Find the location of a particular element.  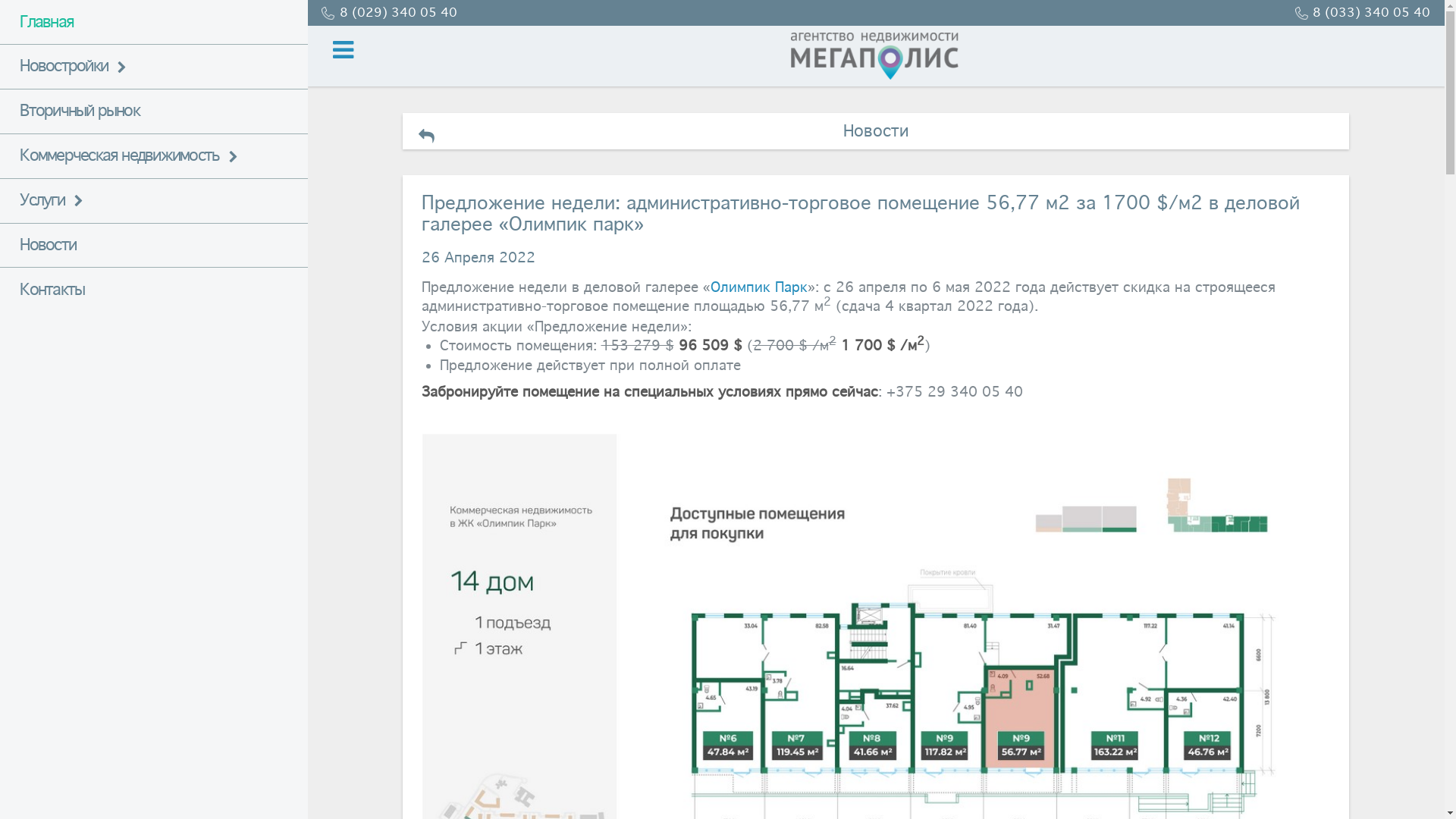

'Toggle' is located at coordinates (307, 49).